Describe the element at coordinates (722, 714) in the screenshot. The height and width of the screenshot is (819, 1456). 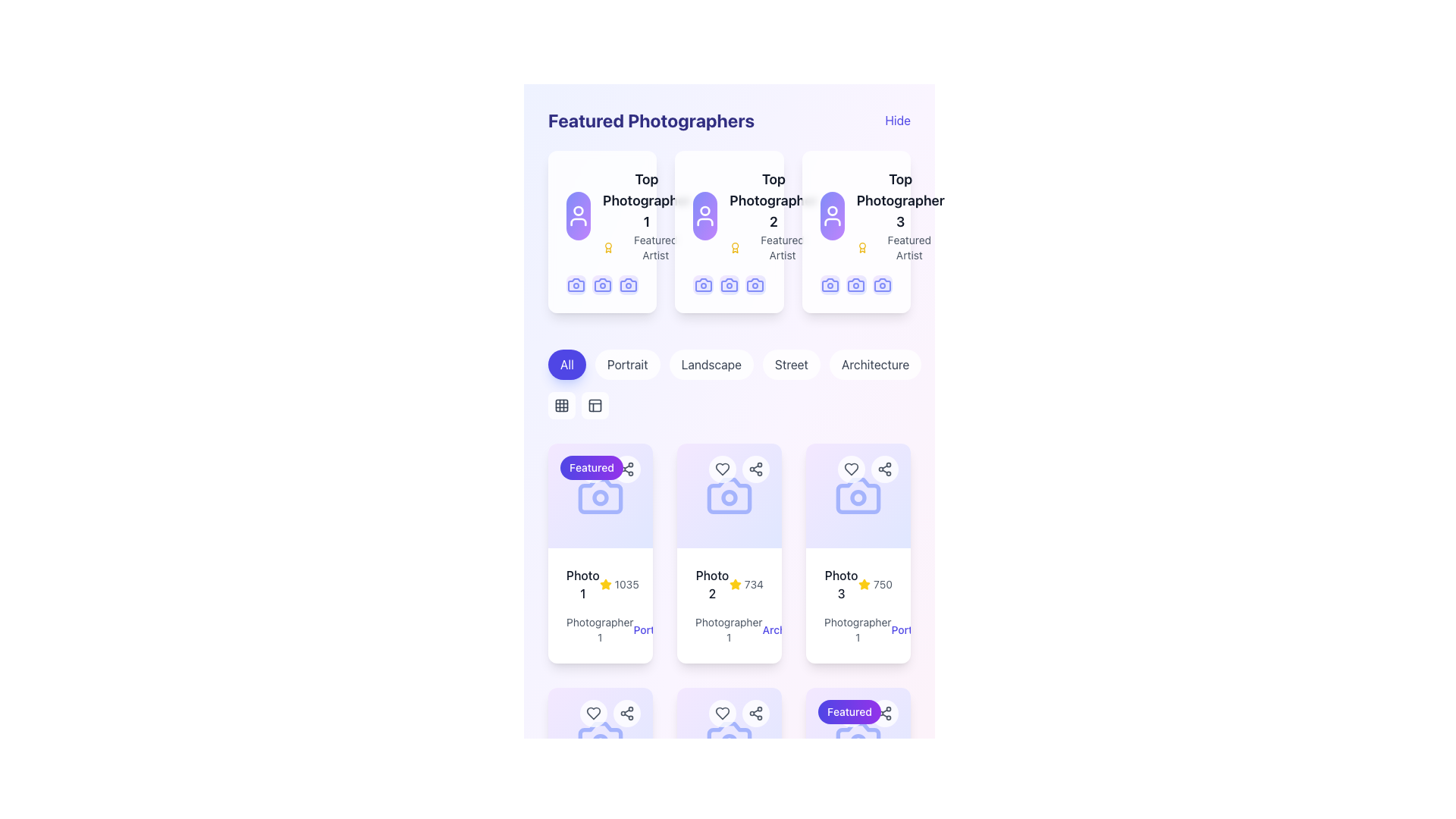
I see `the like or favorite toggle icon in the top-right corner of the 'Photo 2' card` at that location.